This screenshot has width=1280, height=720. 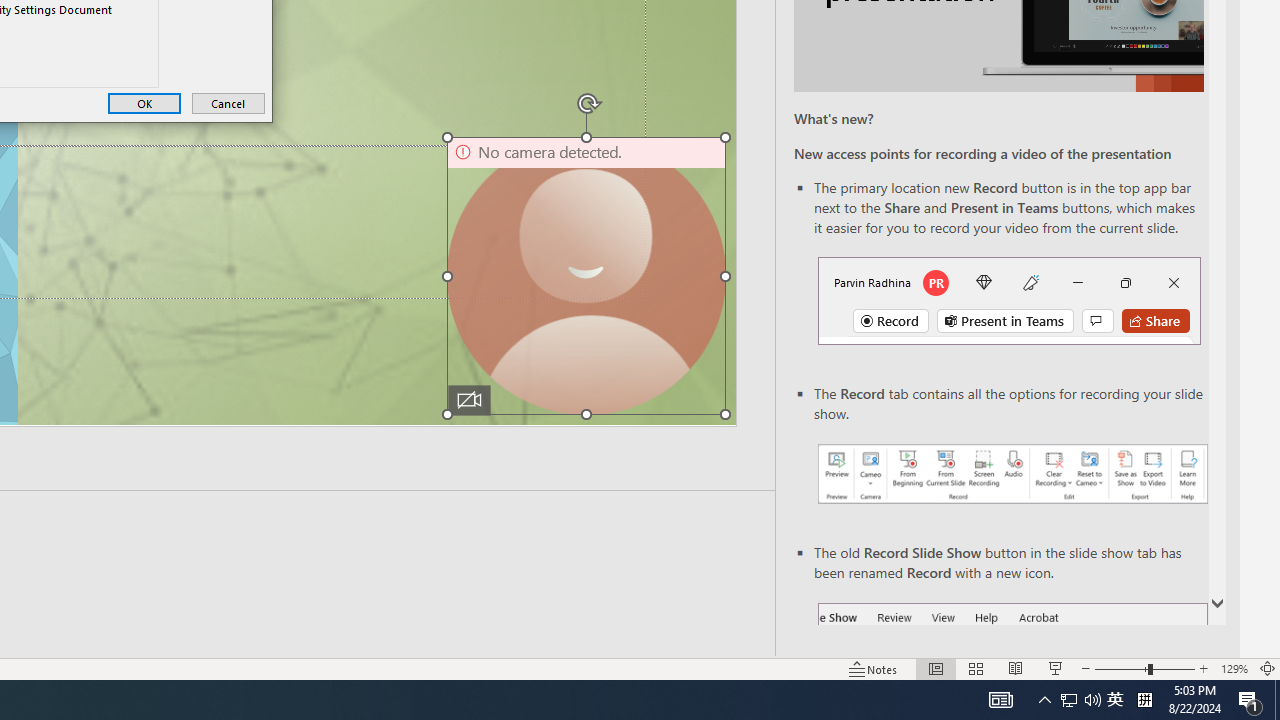 What do you see at coordinates (143, 103) in the screenshot?
I see `'OK'` at bounding box center [143, 103].